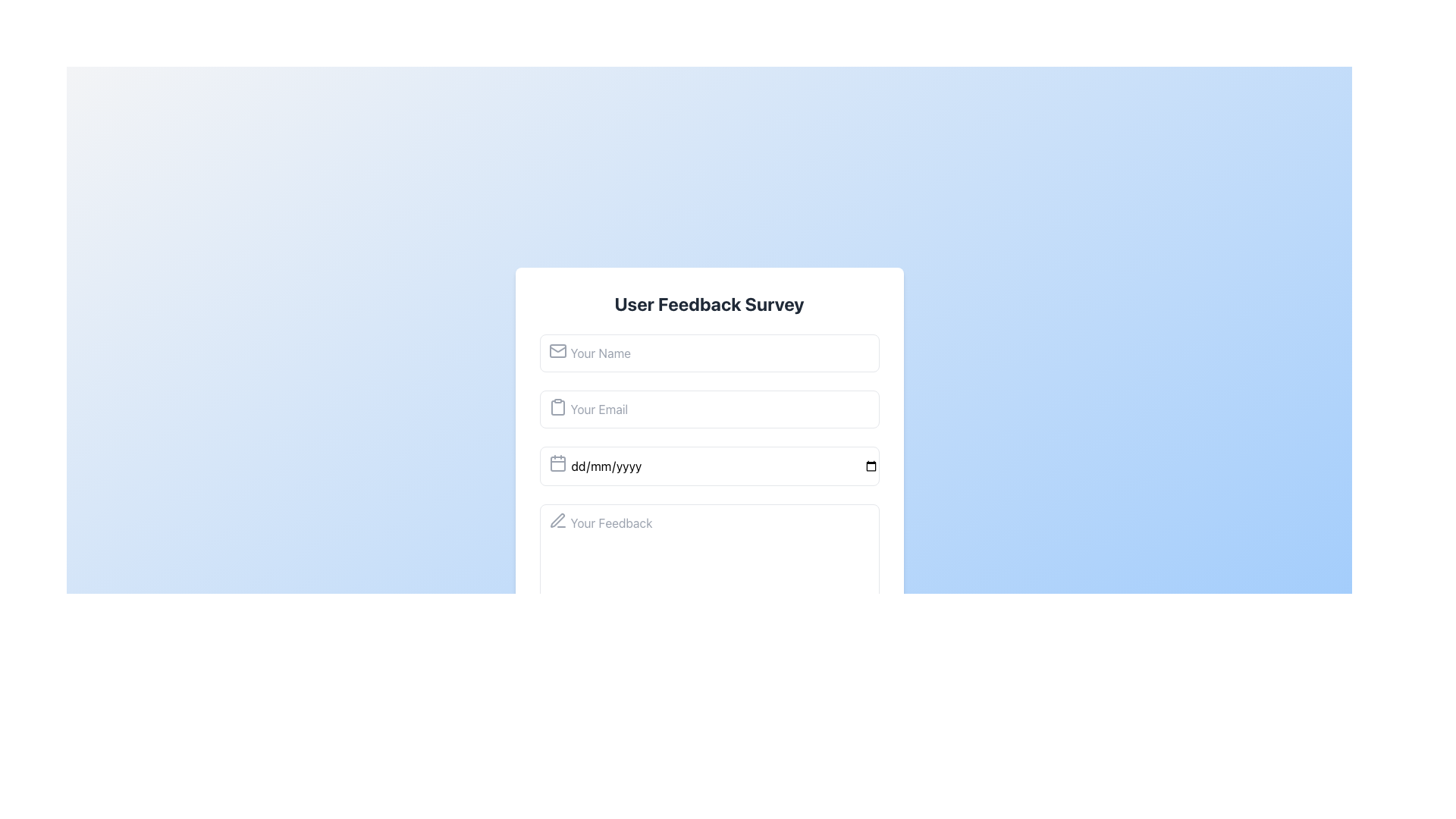 The height and width of the screenshot is (819, 1456). Describe the element at coordinates (557, 519) in the screenshot. I see `the pen icon located to the left of the 'Your Feedback' multiline text input field, indicating that this field is for writing feedback` at that location.